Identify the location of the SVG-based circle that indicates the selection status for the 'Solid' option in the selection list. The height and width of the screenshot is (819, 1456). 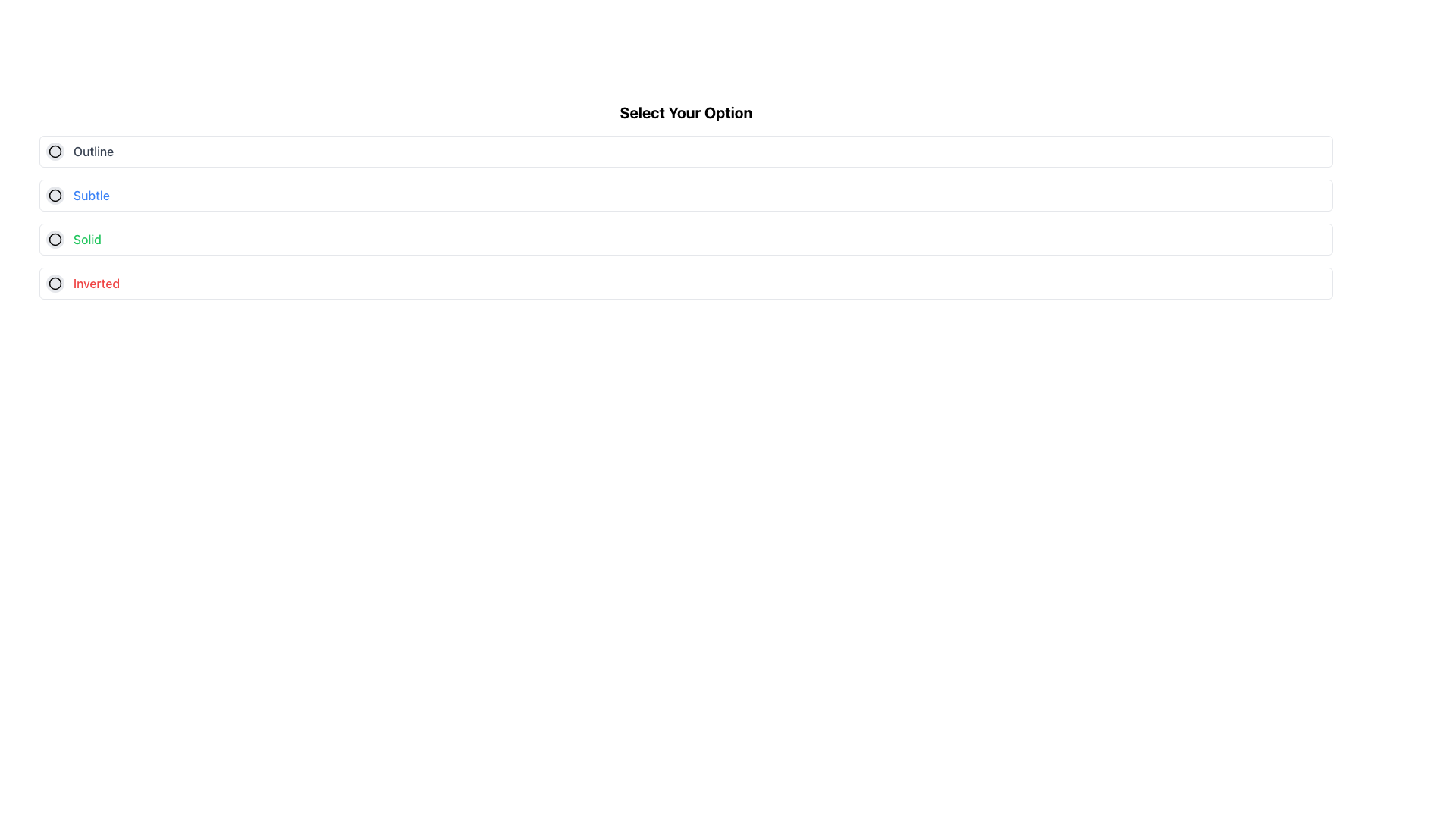
(55, 239).